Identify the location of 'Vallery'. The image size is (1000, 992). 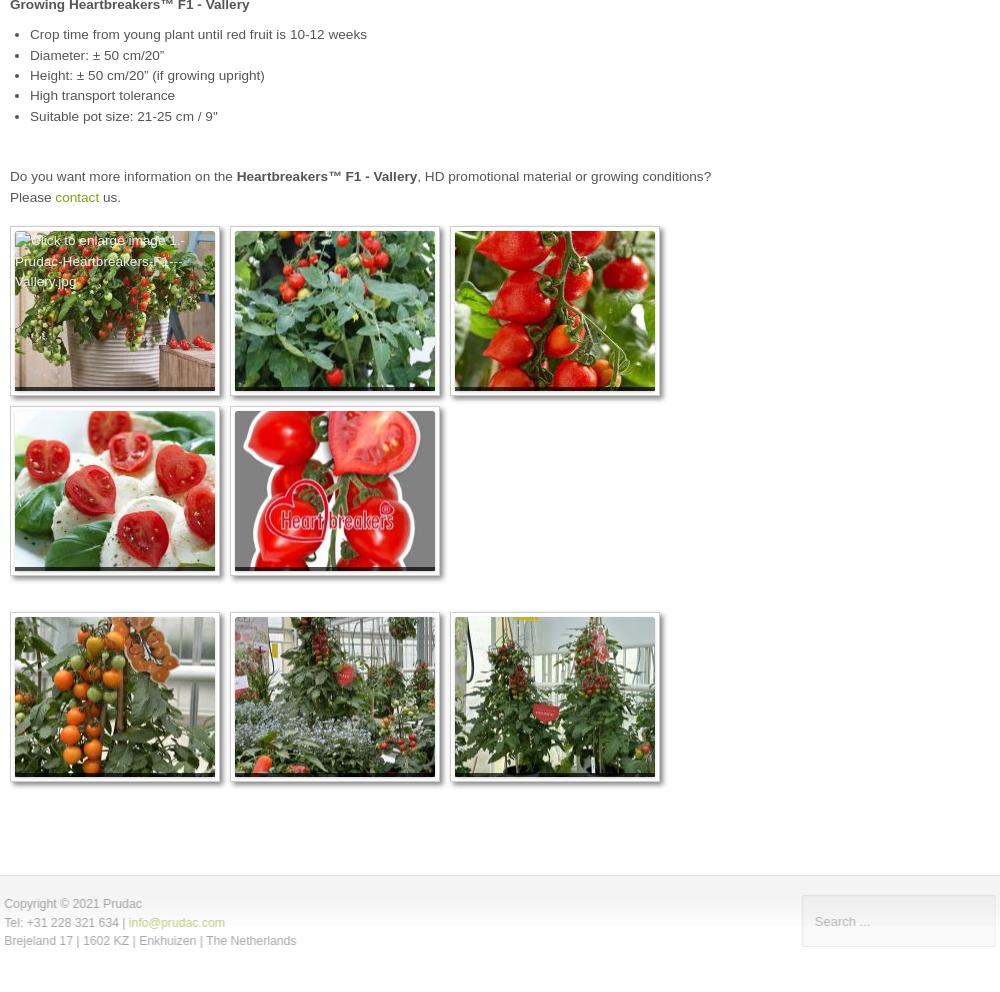
(395, 175).